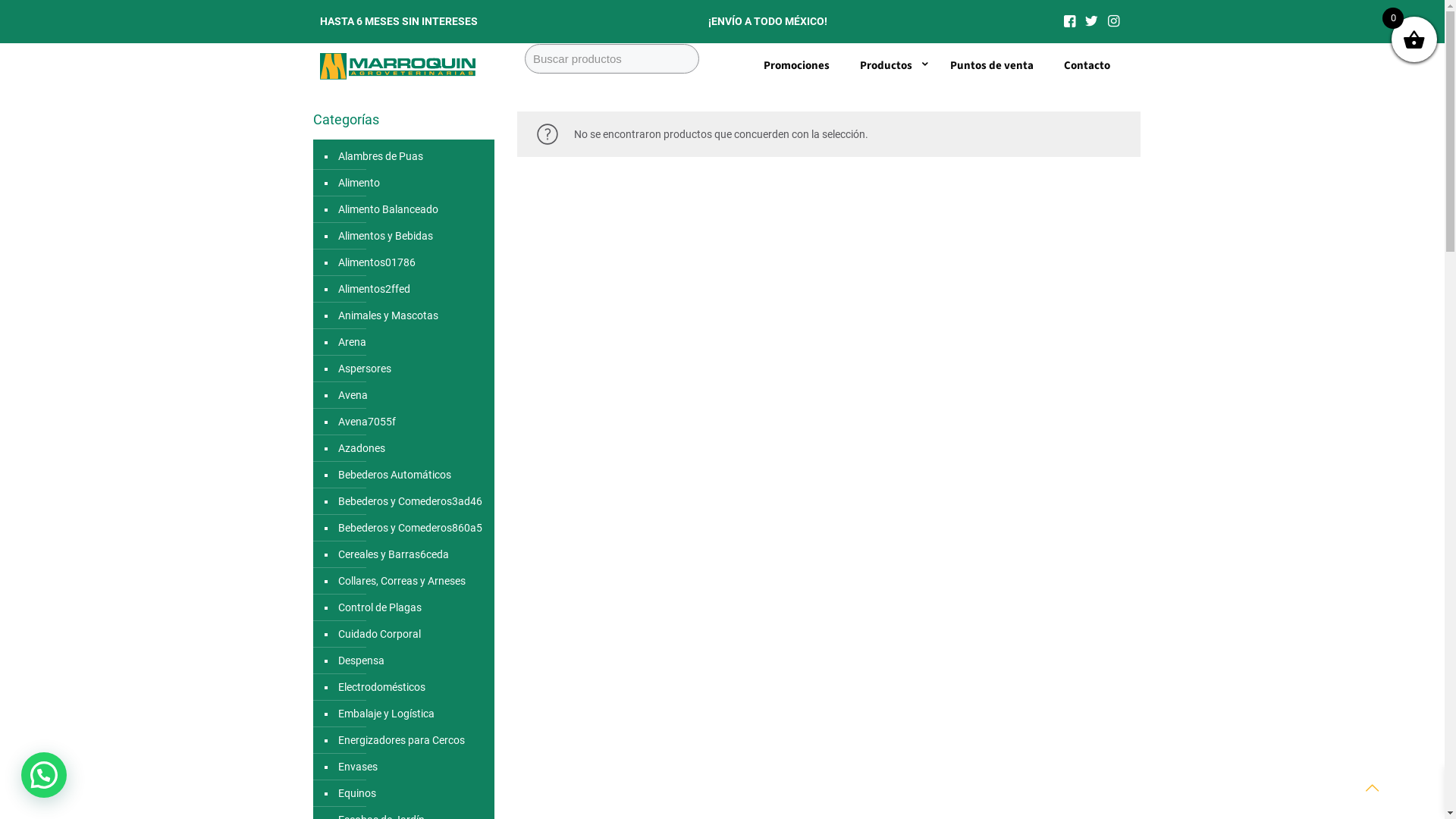 The height and width of the screenshot is (819, 1456). I want to click on 'Animales y Mascotas', so click(334, 315).